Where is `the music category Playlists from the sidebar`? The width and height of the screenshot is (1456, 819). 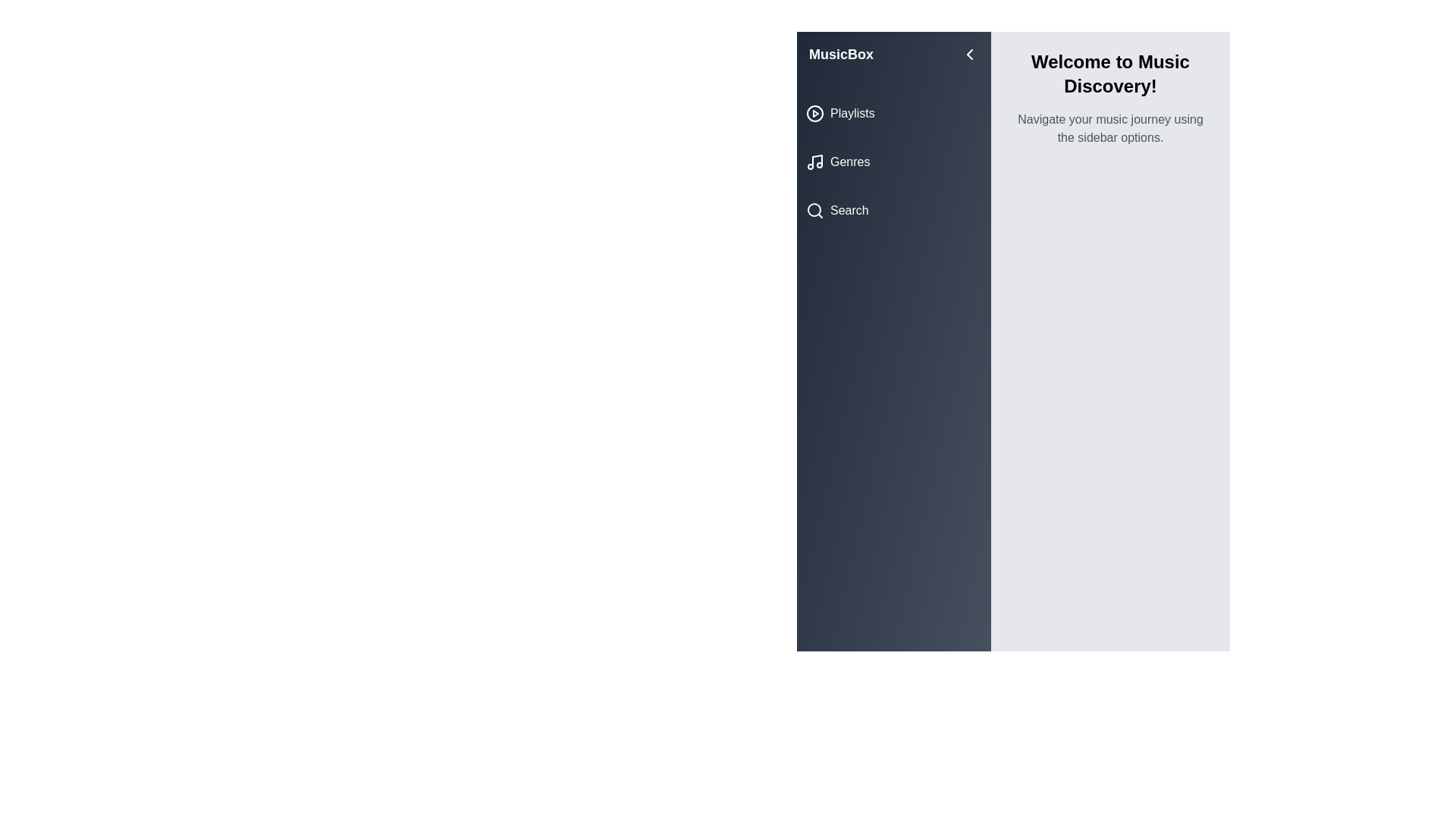
the music category Playlists from the sidebar is located at coordinates (894, 113).